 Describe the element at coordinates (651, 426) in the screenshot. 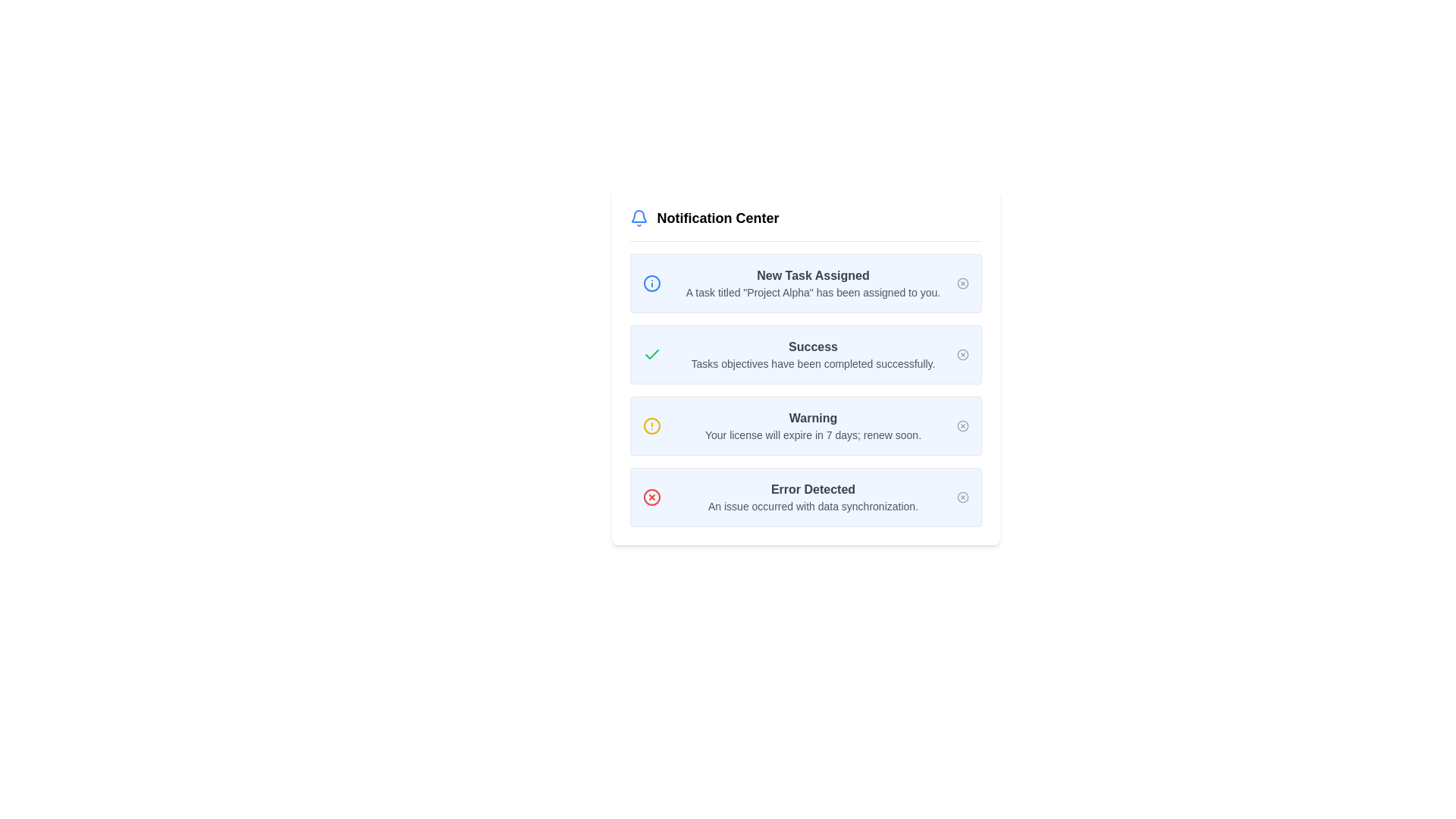

I see `the third notification icon in the Notification Center panel, which represents a warning notification and is located to the left of the text labeled 'Warning'` at that location.